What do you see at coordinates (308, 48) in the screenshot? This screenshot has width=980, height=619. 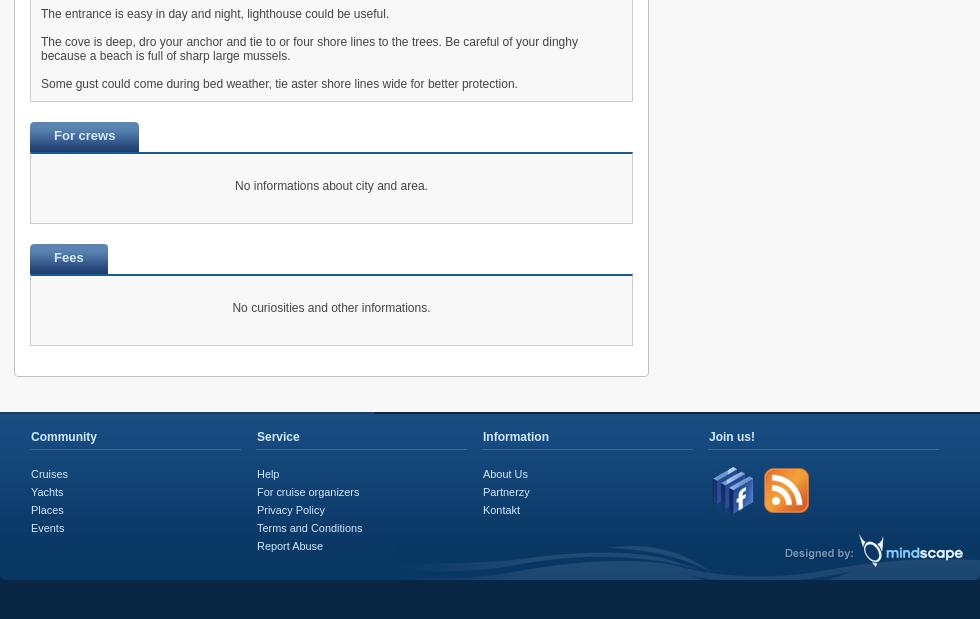 I see `'The cove is deep, dro your anchor and tie to or four shore lines to the trees. Be careful of your dinghy because a beach is full of sharp large mussels.'` at bounding box center [308, 48].